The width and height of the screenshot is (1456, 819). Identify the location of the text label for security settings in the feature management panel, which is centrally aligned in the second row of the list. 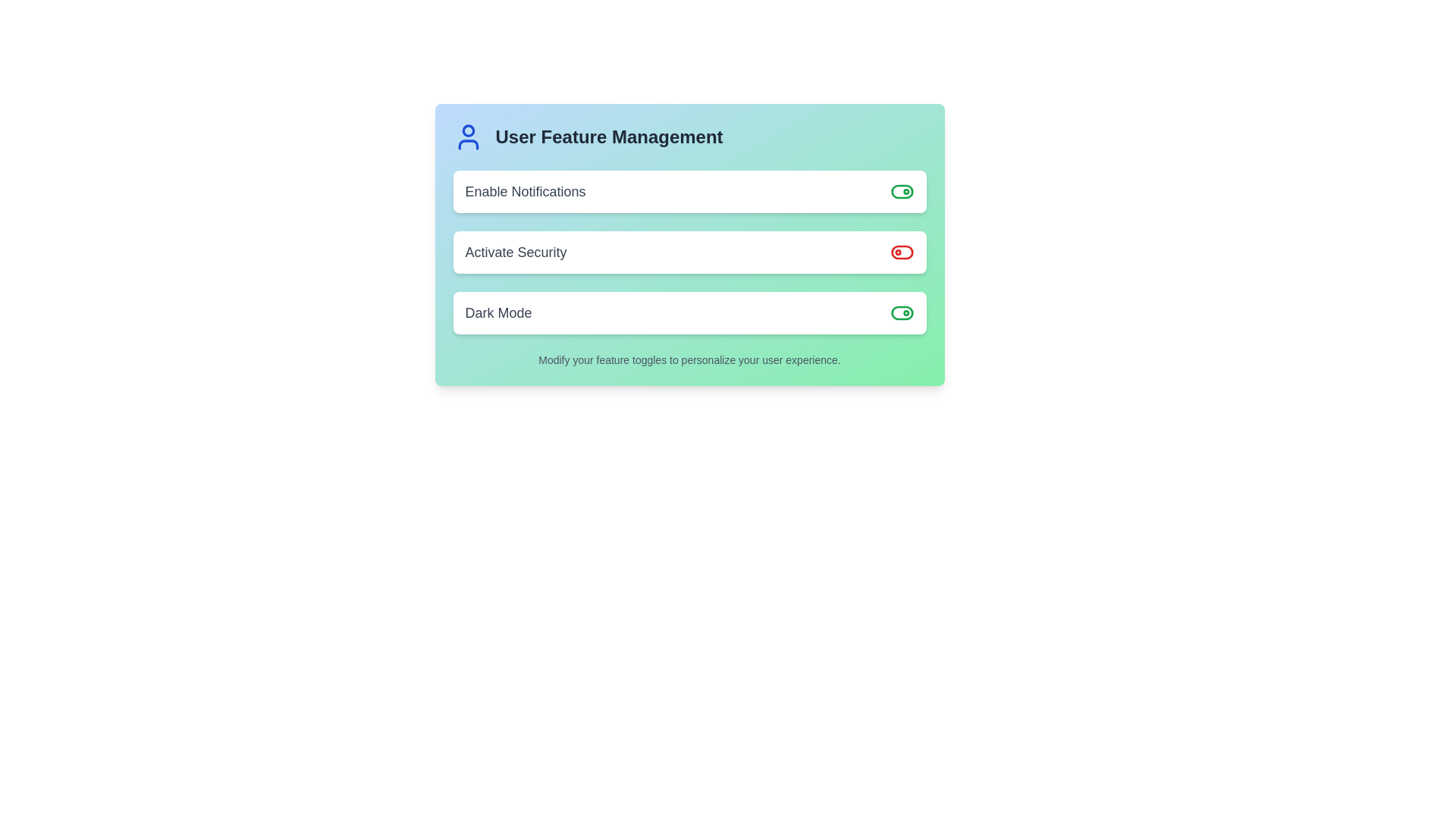
(516, 251).